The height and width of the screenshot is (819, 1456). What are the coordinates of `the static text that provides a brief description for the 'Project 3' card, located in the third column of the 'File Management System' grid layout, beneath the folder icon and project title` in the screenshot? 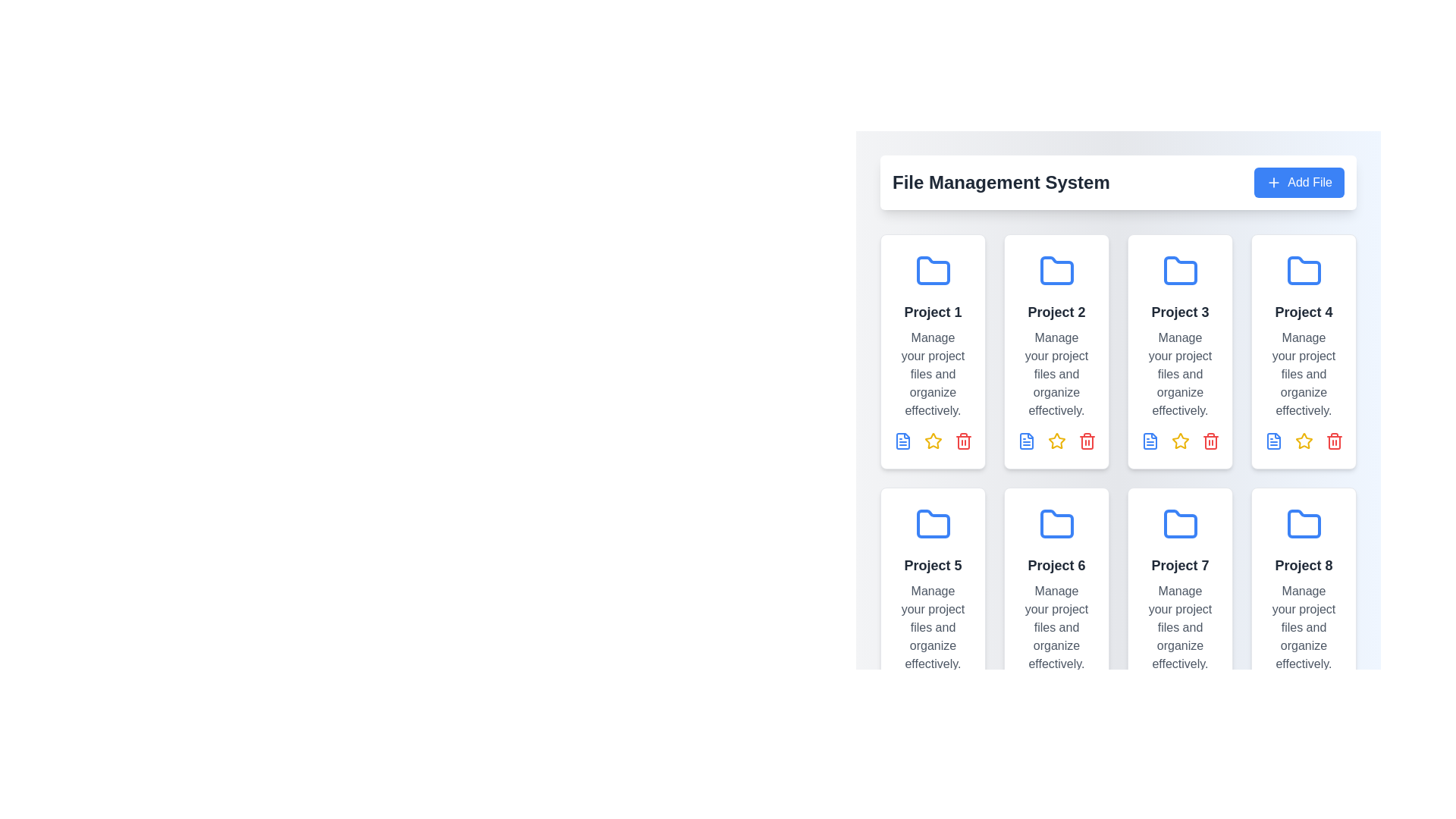 It's located at (1179, 374).